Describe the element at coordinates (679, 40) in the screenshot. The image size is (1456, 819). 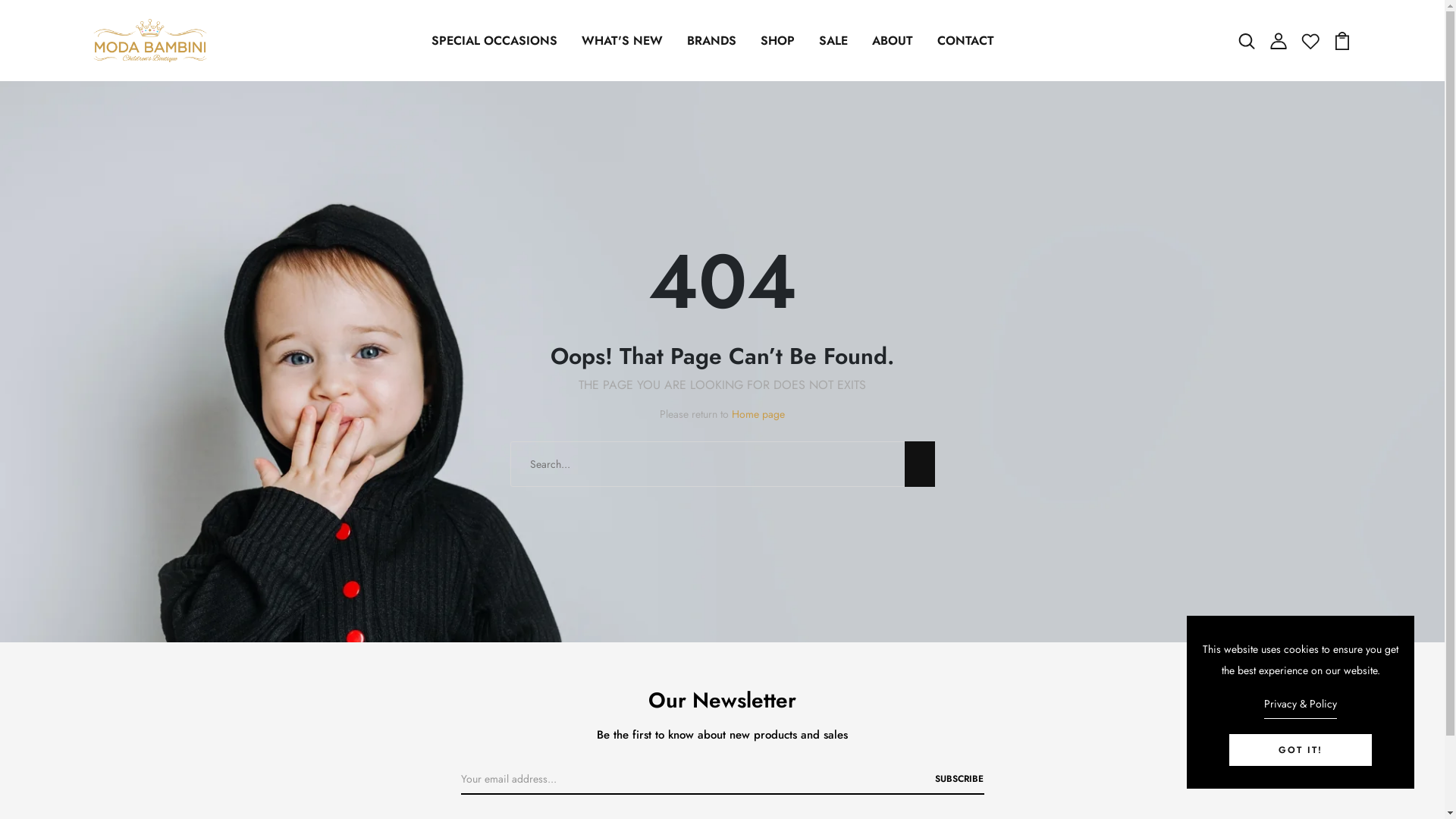
I see `'BRANDS'` at that location.